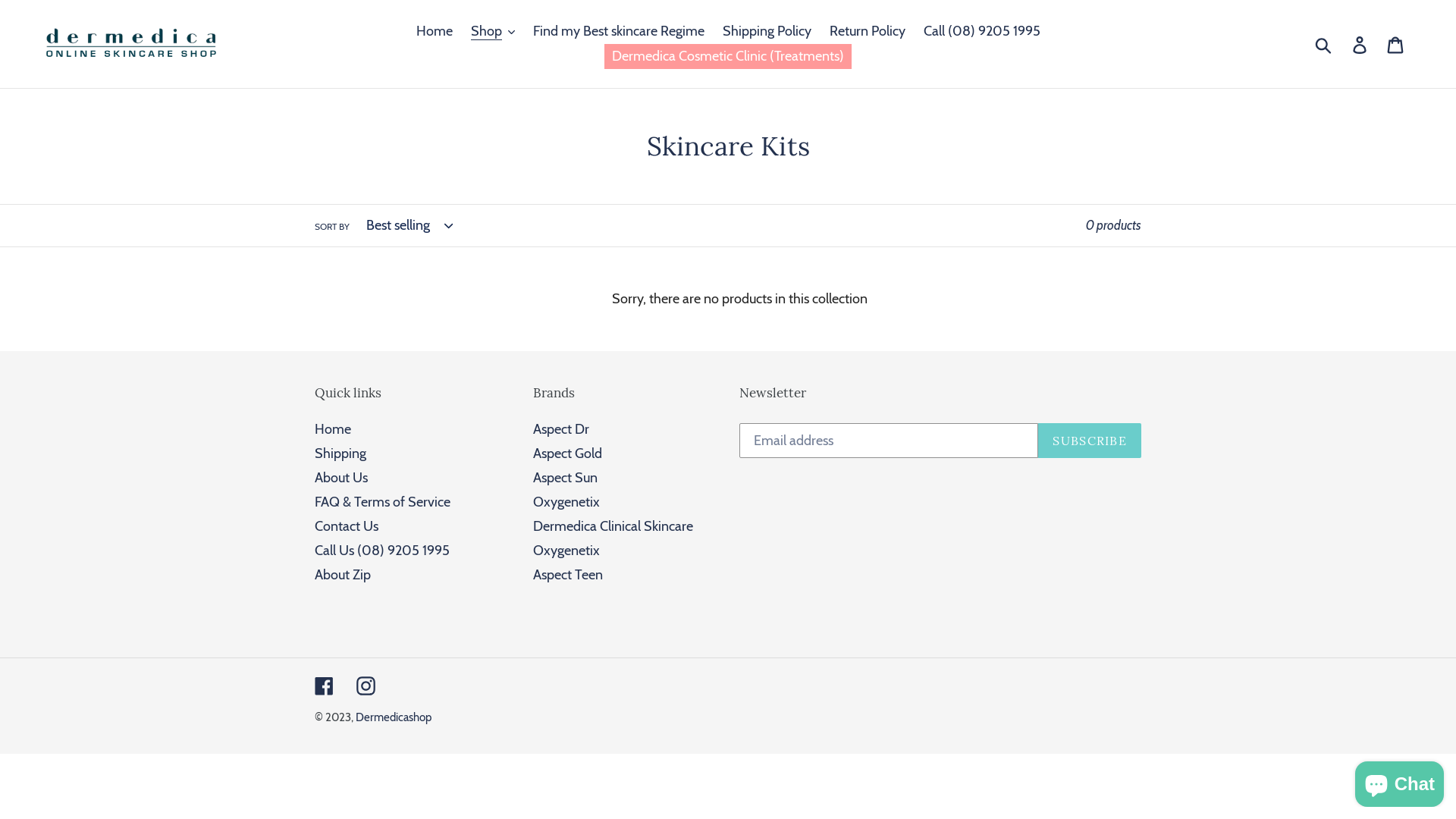  I want to click on 'Home', so click(432, 31).